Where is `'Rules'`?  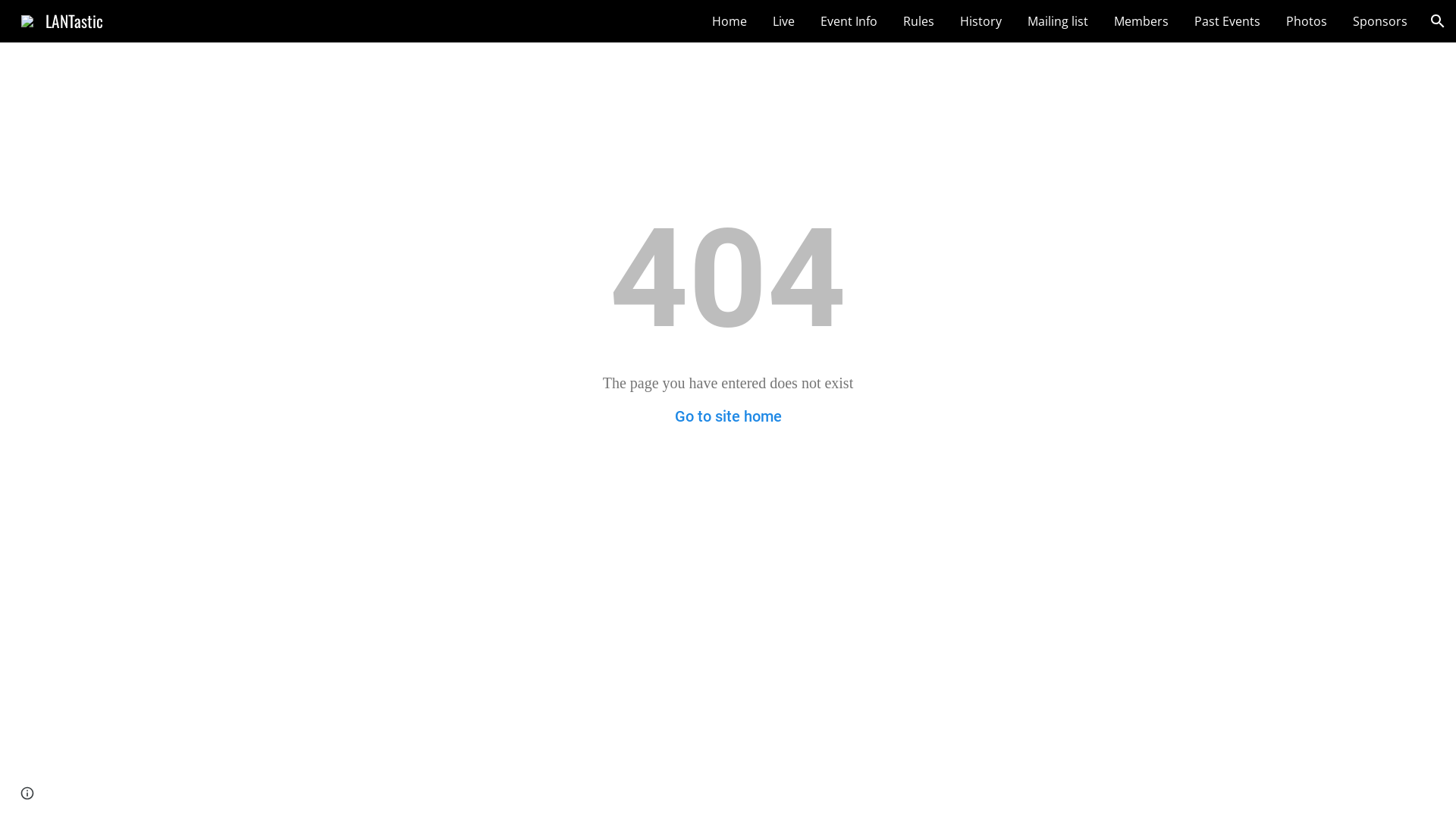
'Rules' is located at coordinates (918, 20).